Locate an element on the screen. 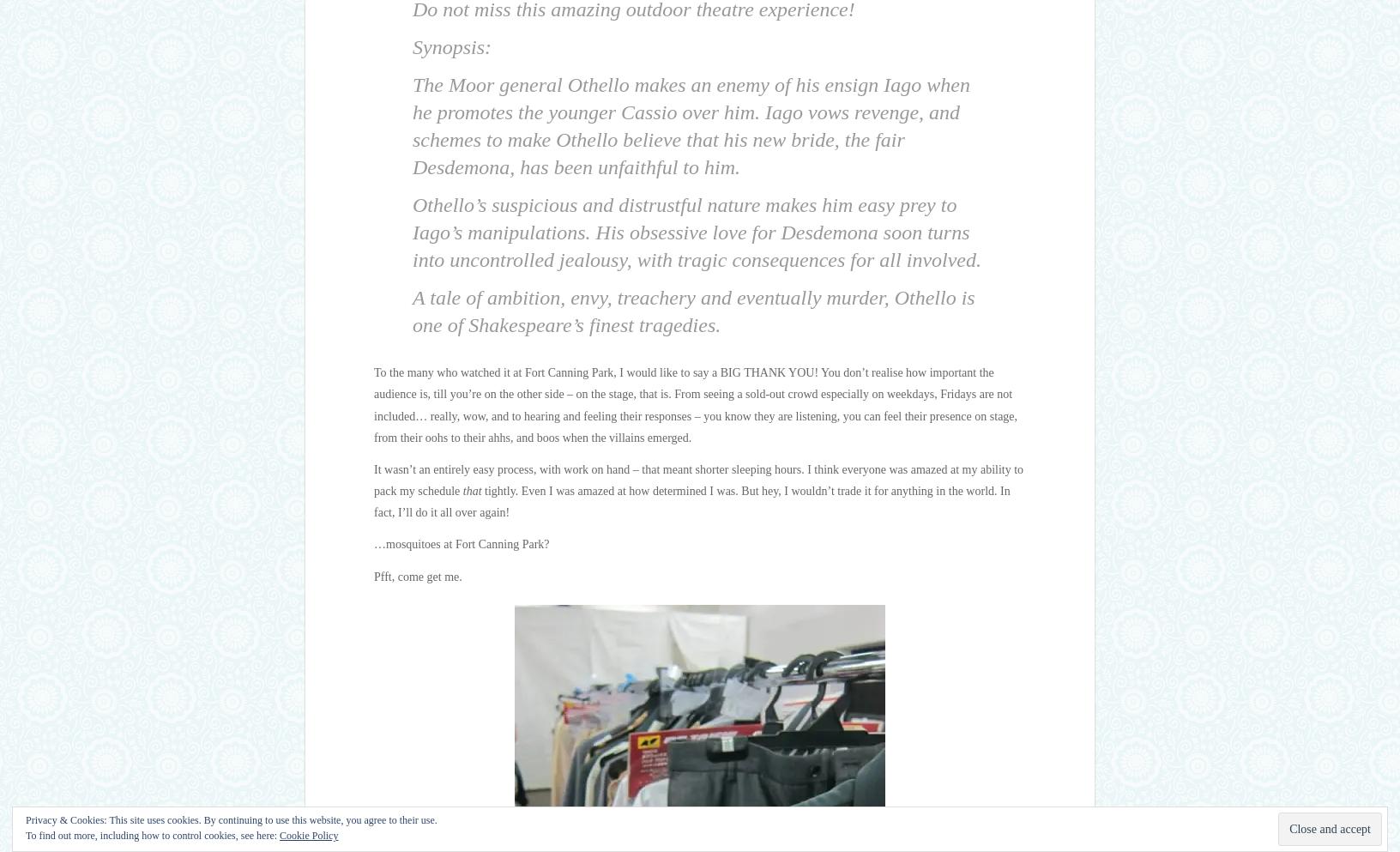  'Othello’s suspicious and distrustful nature makes him easy prey to Iago’s manipulations. His obsessive love for Desdemona soon turns into uncontrolled jealousy, with tragic consequences for all involved.' is located at coordinates (697, 232).